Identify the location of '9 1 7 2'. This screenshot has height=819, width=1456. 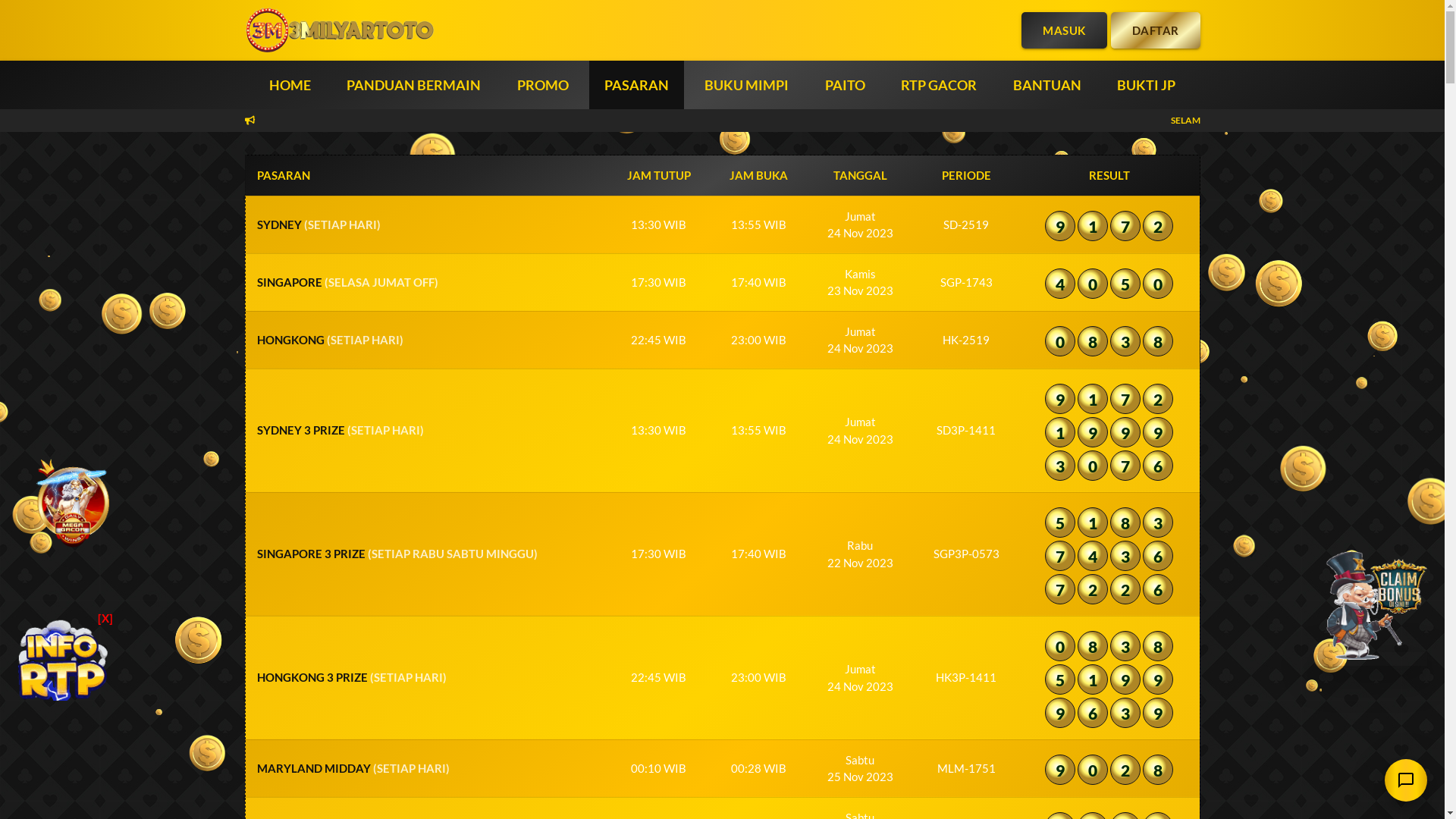
(1109, 227).